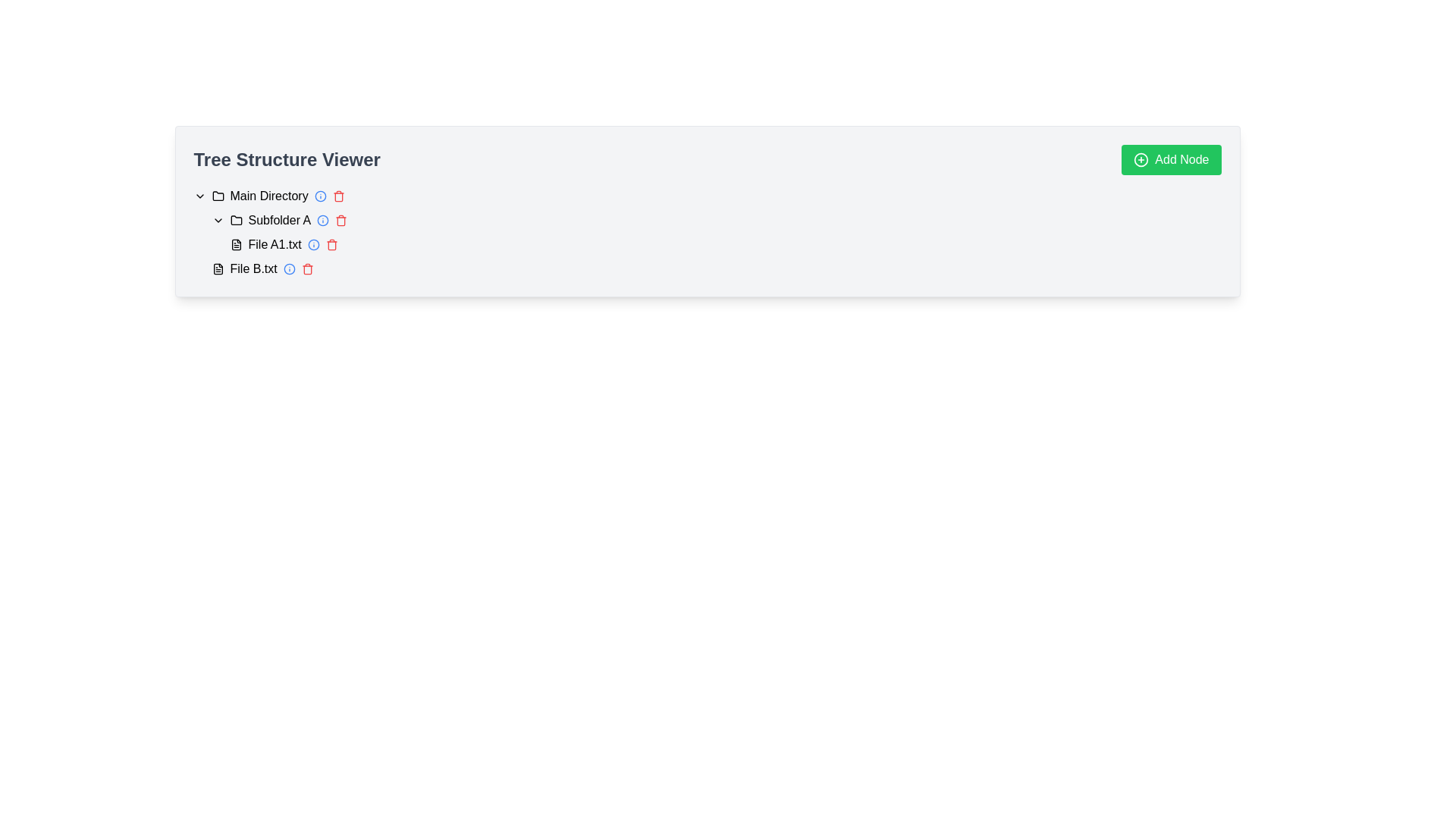 The width and height of the screenshot is (1456, 819). What do you see at coordinates (253, 268) in the screenshot?
I see `the text label representing 'File B.txt' within the directory tree structure under 'Subfolder A'` at bounding box center [253, 268].